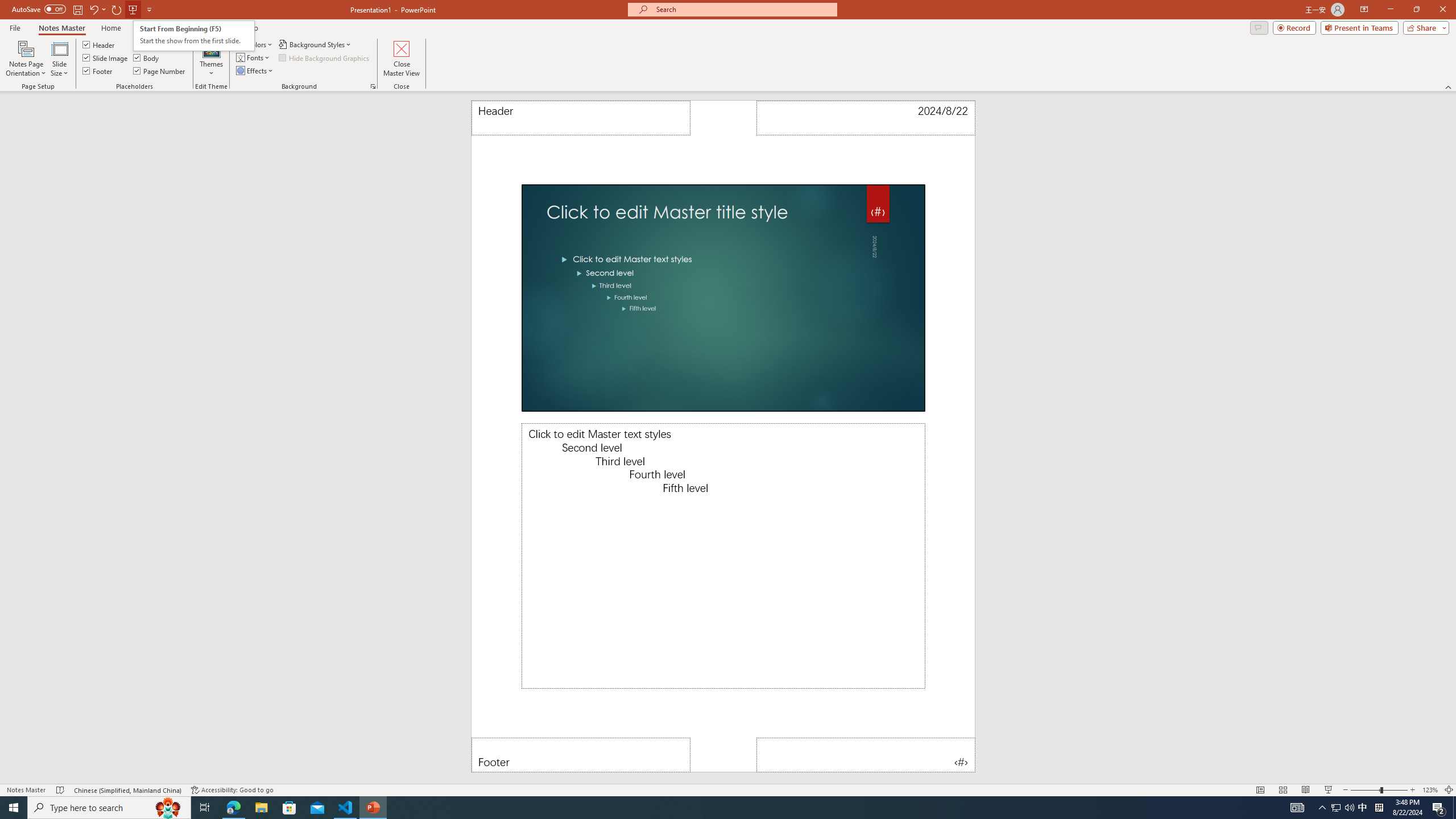 The image size is (1456, 819). I want to click on 'Fonts', so click(253, 56).